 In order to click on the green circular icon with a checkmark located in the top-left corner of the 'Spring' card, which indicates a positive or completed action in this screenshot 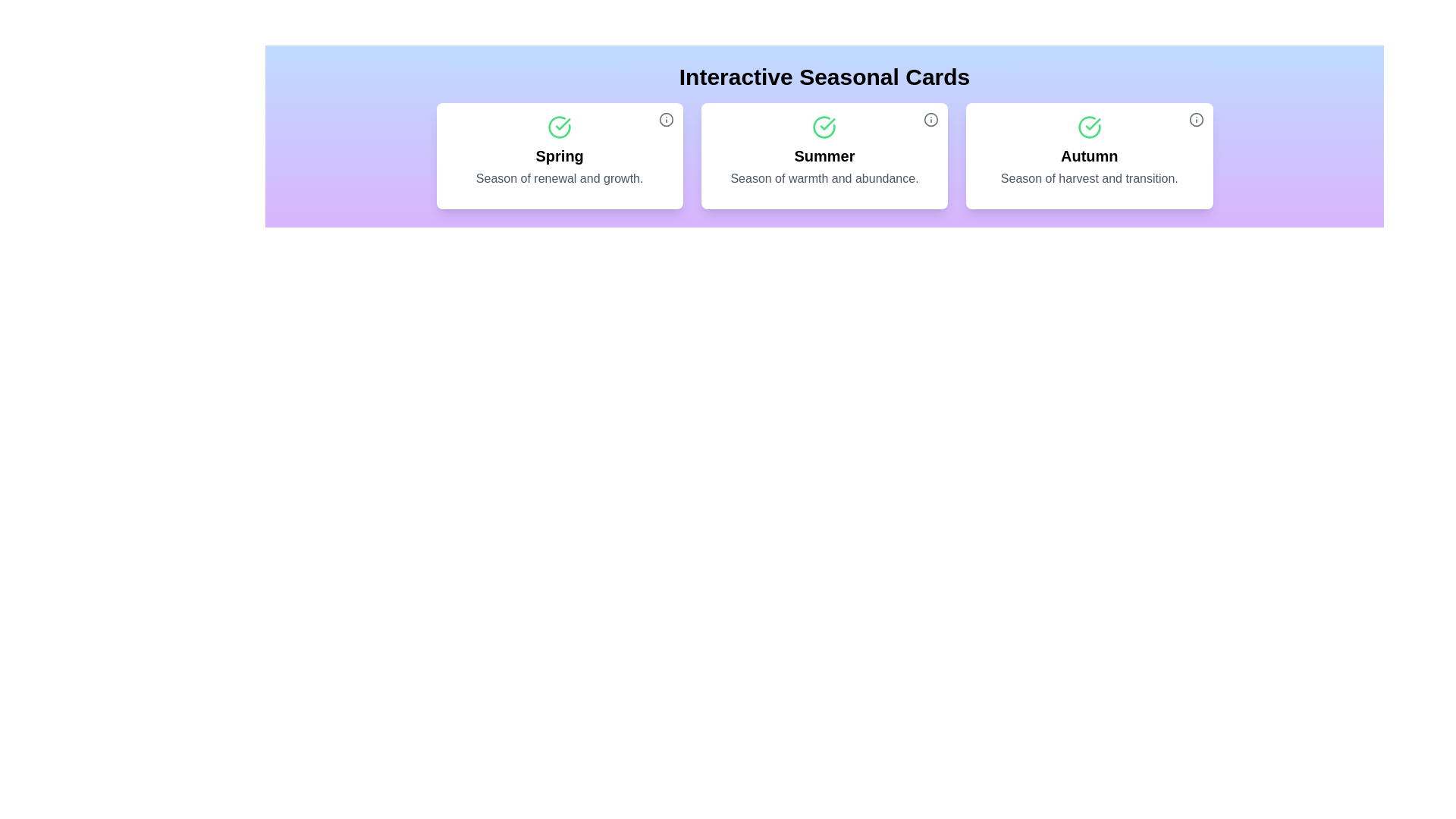, I will do `click(559, 127)`.